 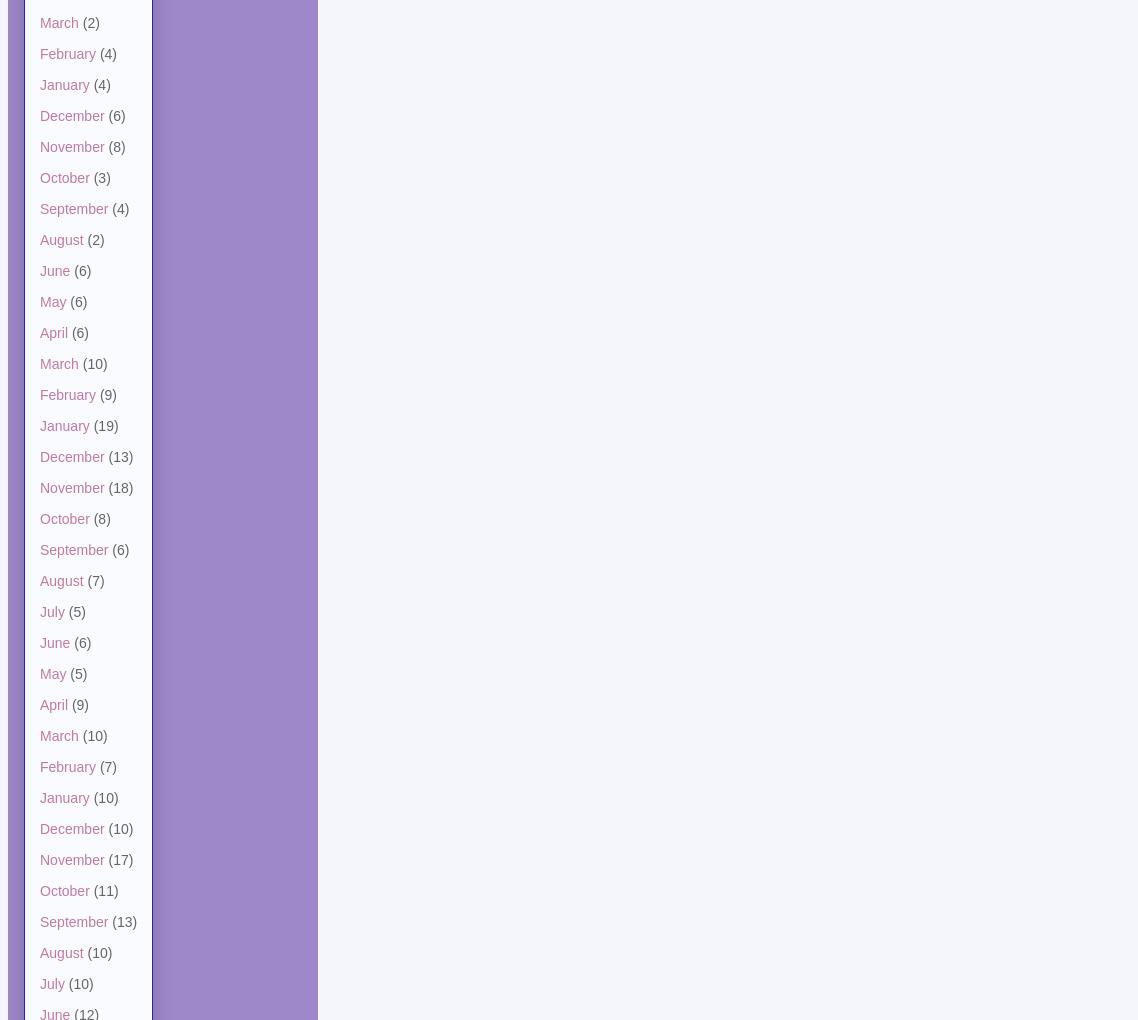 I want to click on '(18)', so click(x=118, y=487).